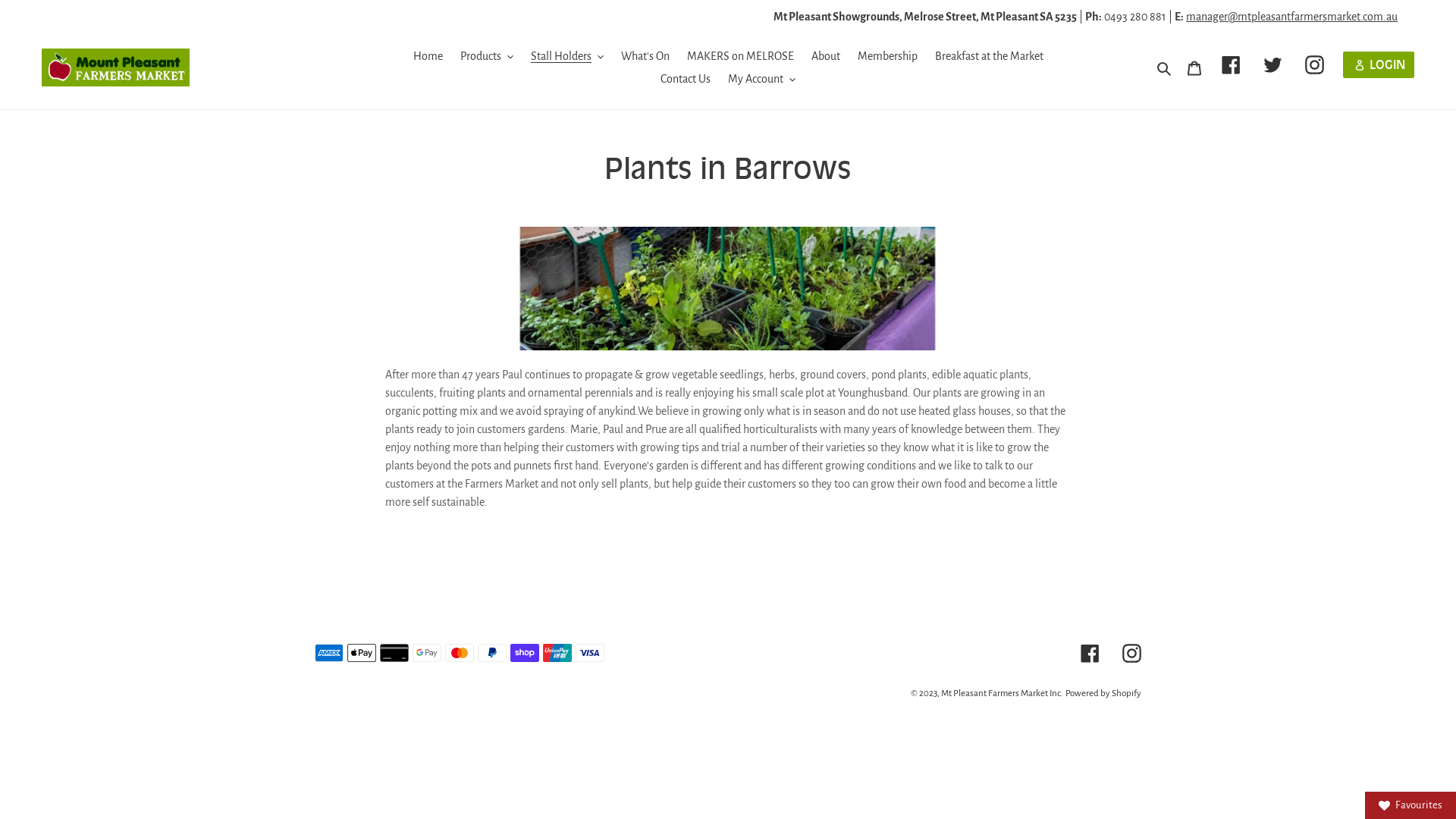  Describe the element at coordinates (1131, 651) in the screenshot. I see `'Instagram'` at that location.